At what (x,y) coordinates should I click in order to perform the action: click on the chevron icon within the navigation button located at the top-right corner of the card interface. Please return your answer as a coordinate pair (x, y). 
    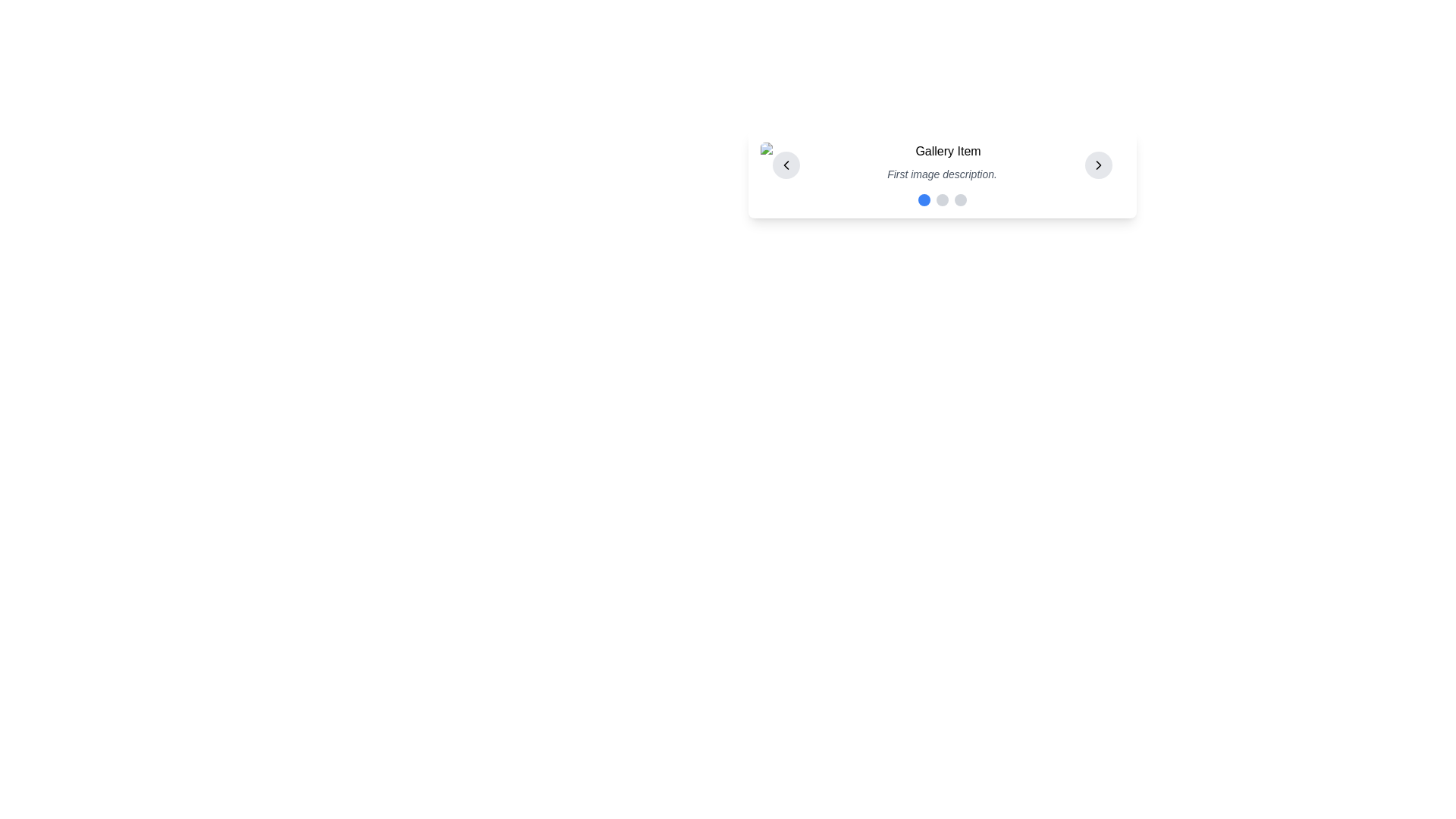
    Looking at the image, I should click on (1098, 165).